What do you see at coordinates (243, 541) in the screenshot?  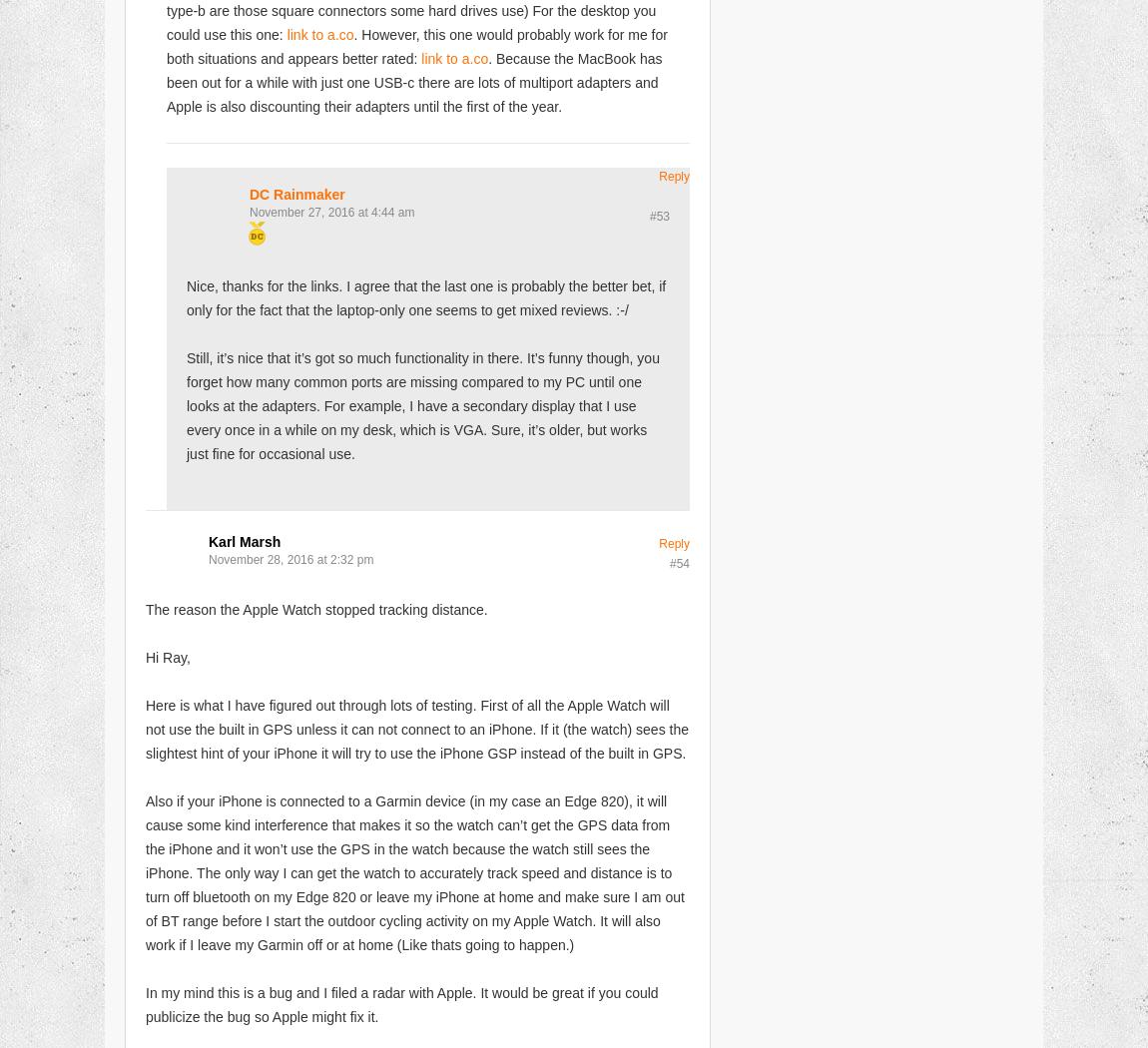 I see `'Karl Marsh'` at bounding box center [243, 541].